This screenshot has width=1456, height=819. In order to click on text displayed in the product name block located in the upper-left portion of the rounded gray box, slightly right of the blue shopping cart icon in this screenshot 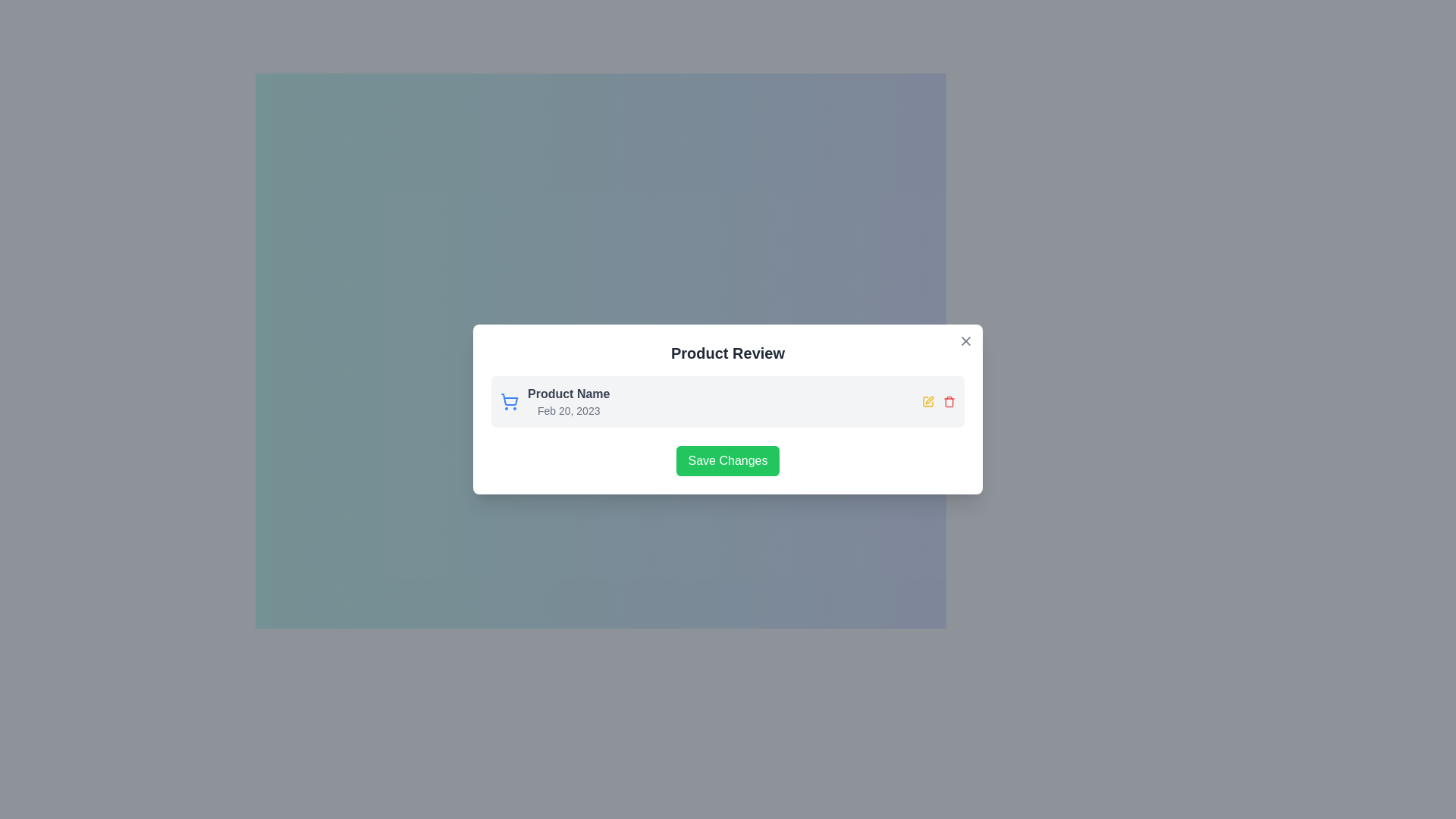, I will do `click(568, 400)`.